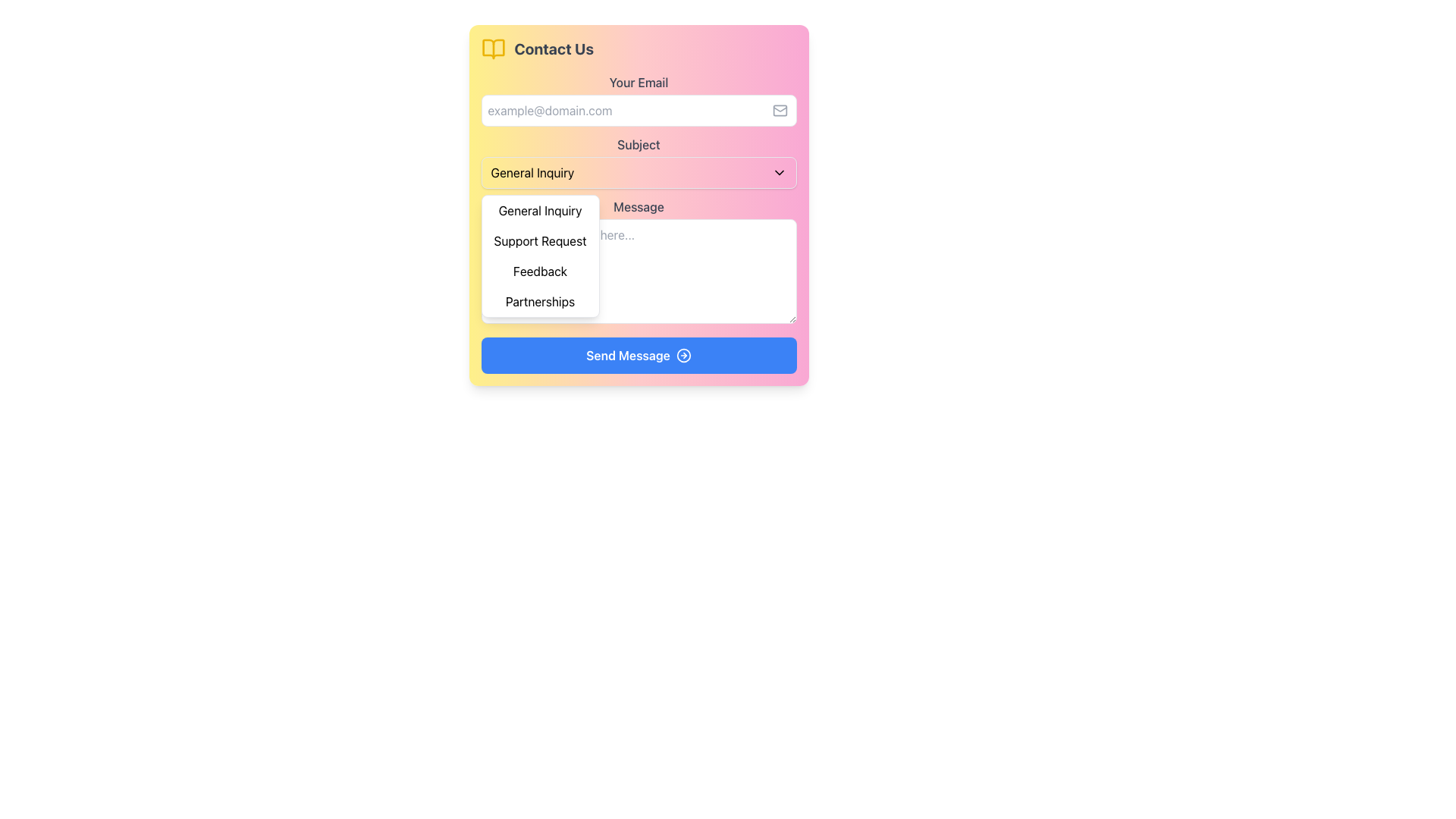 Image resolution: width=1456 pixels, height=819 pixels. I want to click on the 'Feedback' option in the dropdown menu located below the 'Support Request' option and above the 'Partnerships' option in the 'Contact Us' form, so click(540, 271).